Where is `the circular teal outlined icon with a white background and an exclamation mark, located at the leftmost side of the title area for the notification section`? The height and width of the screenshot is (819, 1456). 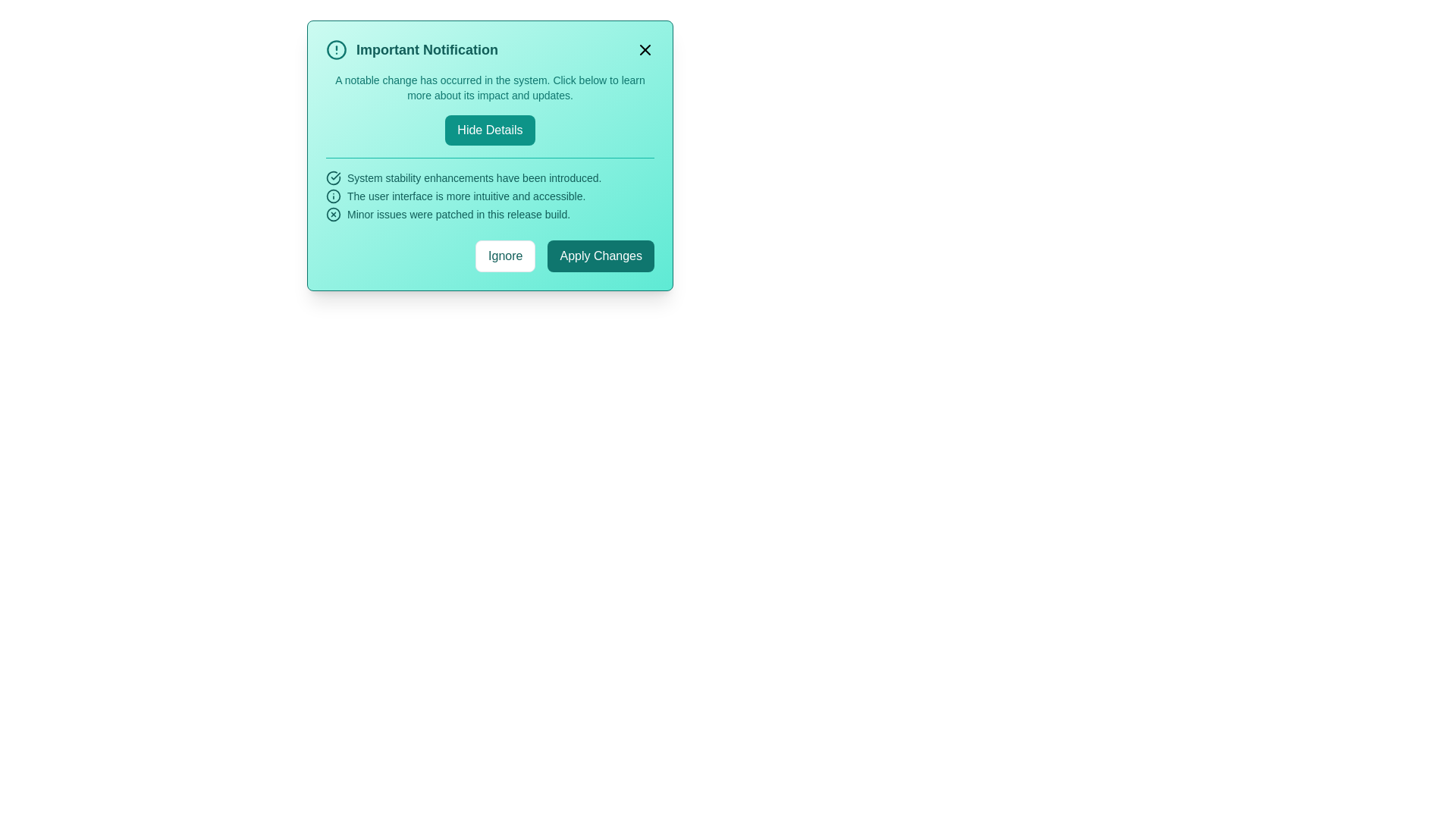
the circular teal outlined icon with a white background and an exclamation mark, located at the leftmost side of the title area for the notification section is located at coordinates (336, 49).